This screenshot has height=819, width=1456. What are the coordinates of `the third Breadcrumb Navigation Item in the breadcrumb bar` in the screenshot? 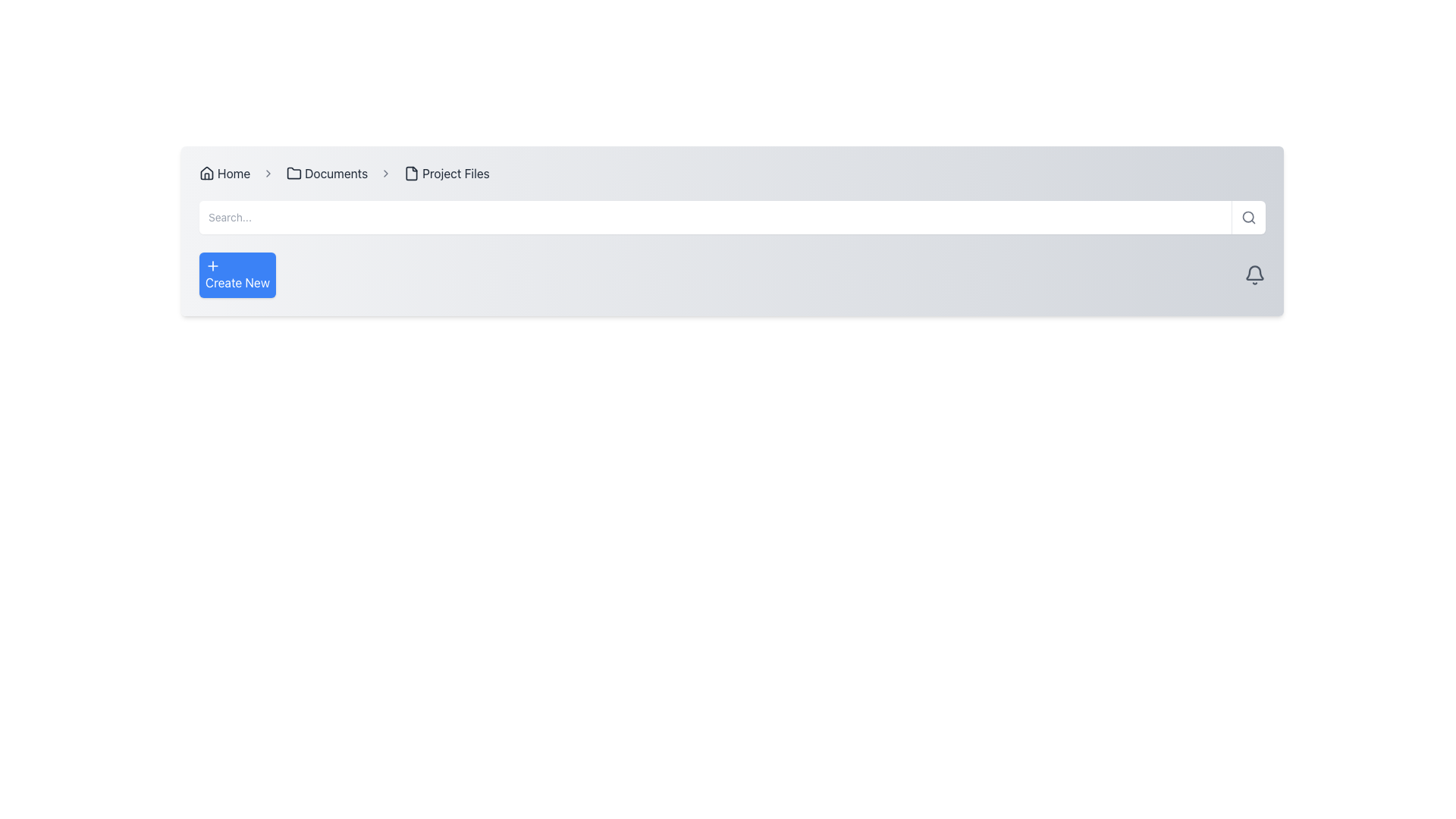 It's located at (446, 172).